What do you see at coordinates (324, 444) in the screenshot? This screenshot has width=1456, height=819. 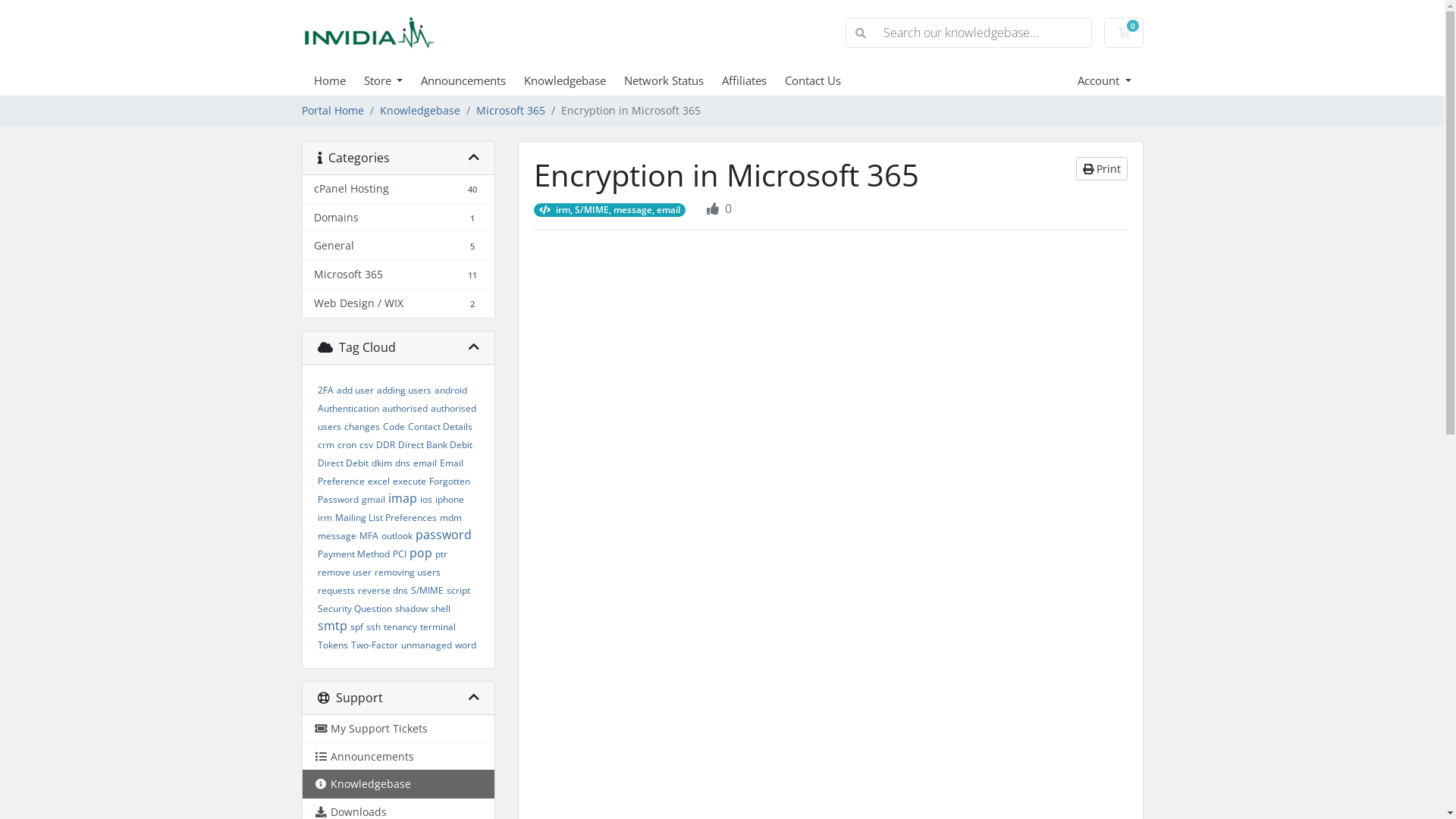 I see `'crm'` at bounding box center [324, 444].